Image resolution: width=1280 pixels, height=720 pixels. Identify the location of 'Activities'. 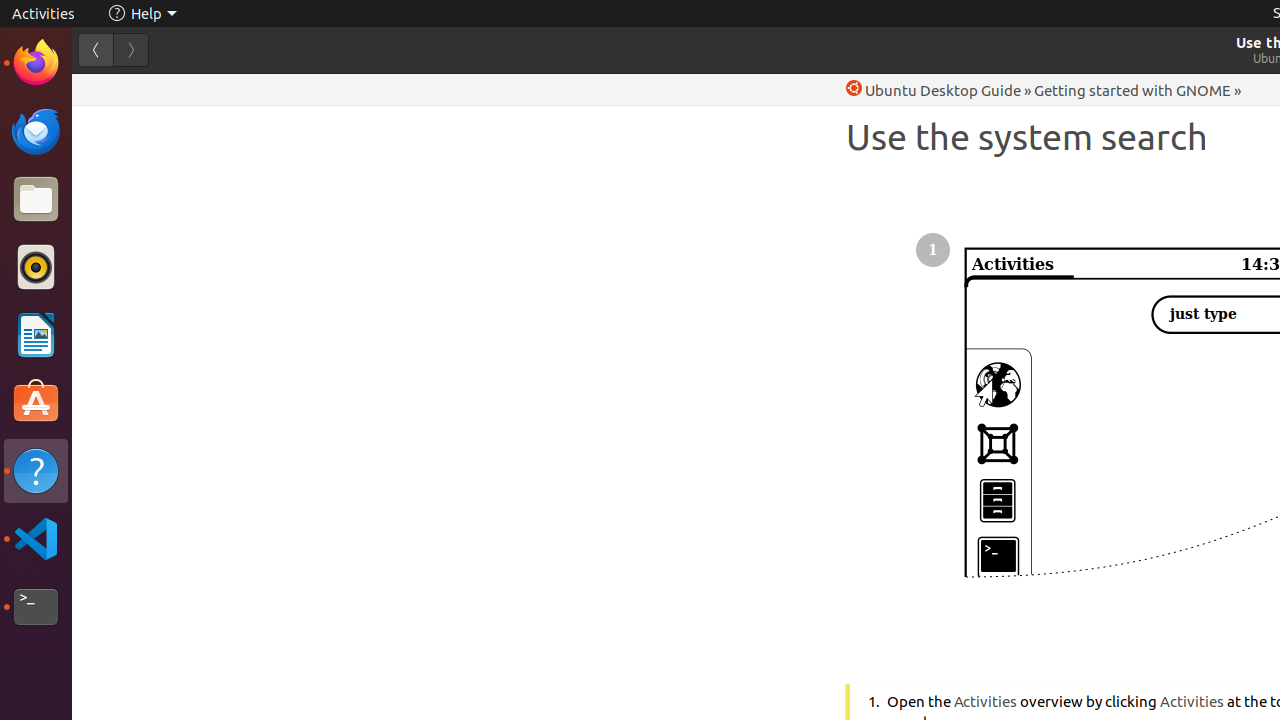
(43, 13).